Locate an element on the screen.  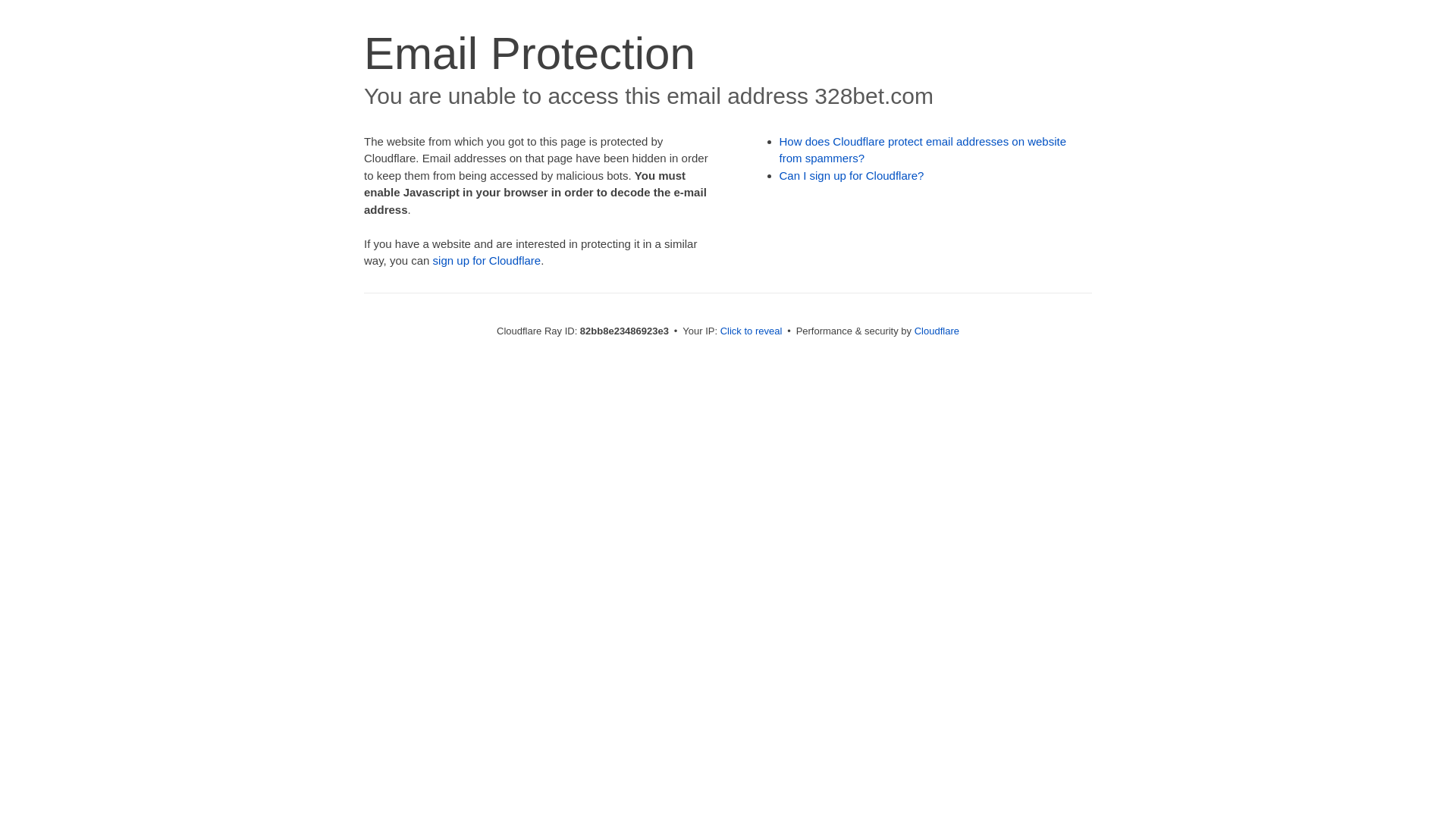
'Cloudflare' is located at coordinates (936, 330).